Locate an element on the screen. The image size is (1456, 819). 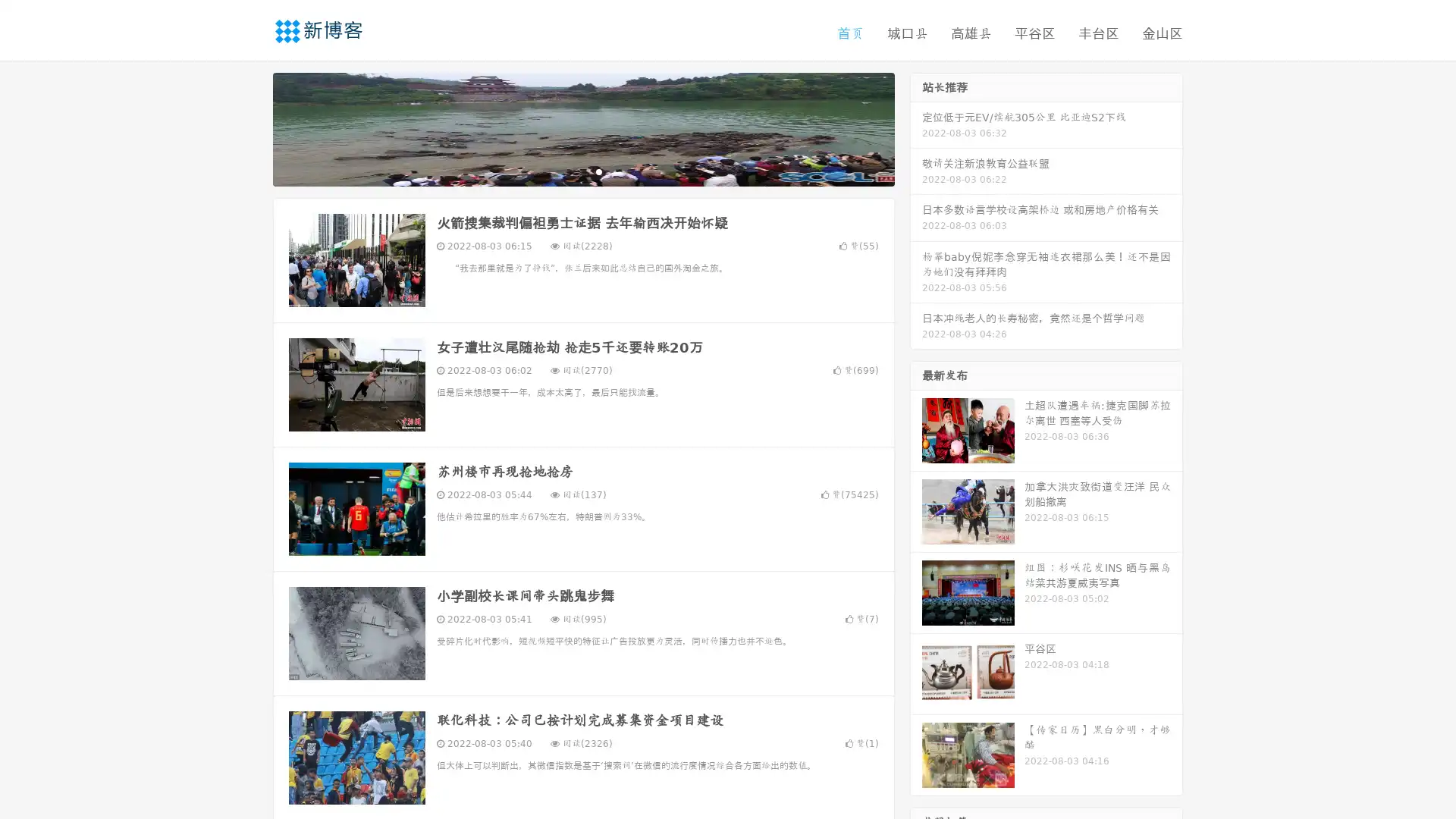
Go to slide 1 is located at coordinates (567, 171).